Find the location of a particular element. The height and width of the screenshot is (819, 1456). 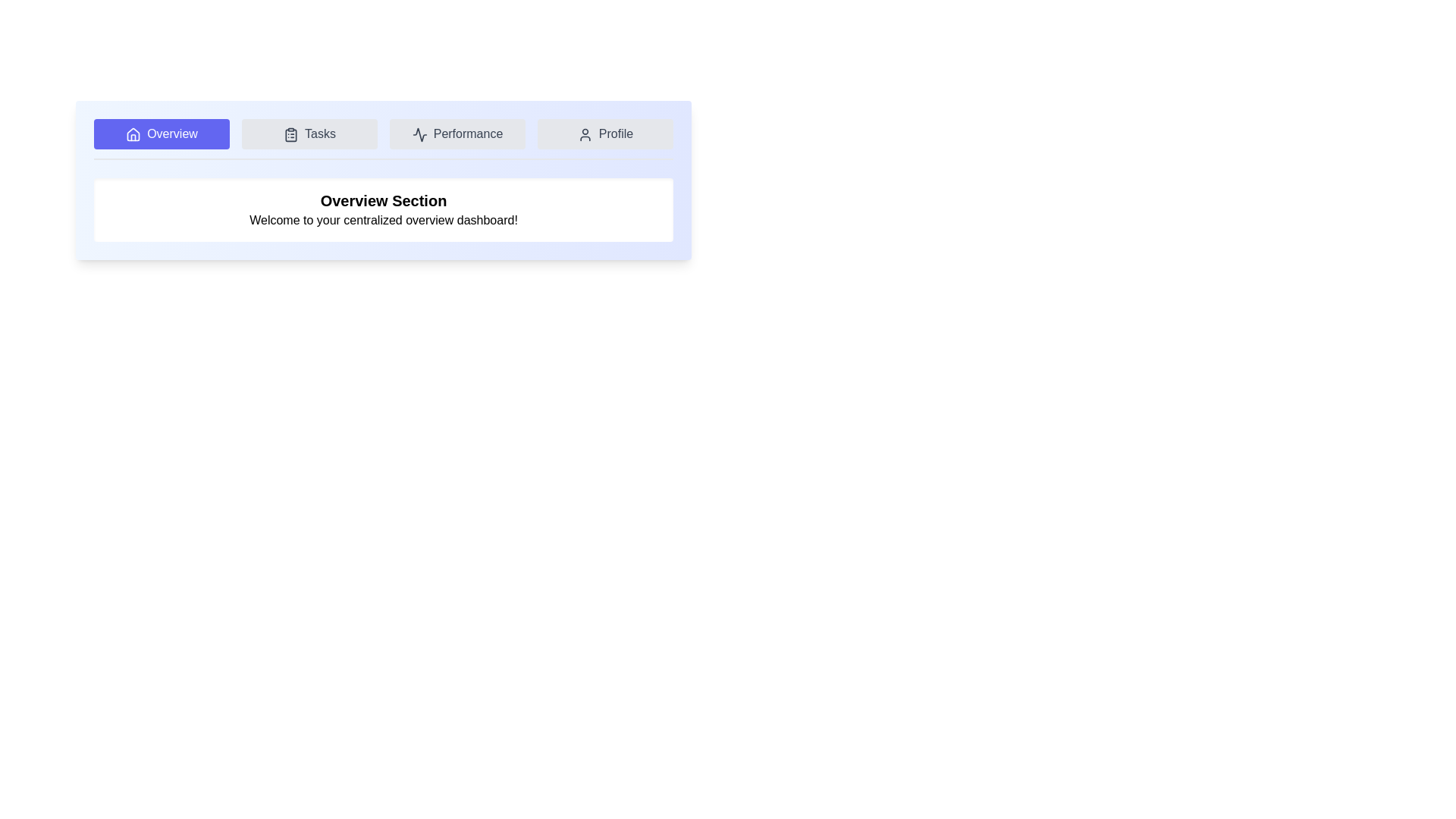

the SVG icon representing a waveform or activity graph located in the navigation bar, which is positioned third from the left and adjacent to the 'Performance' button is located at coordinates (419, 133).